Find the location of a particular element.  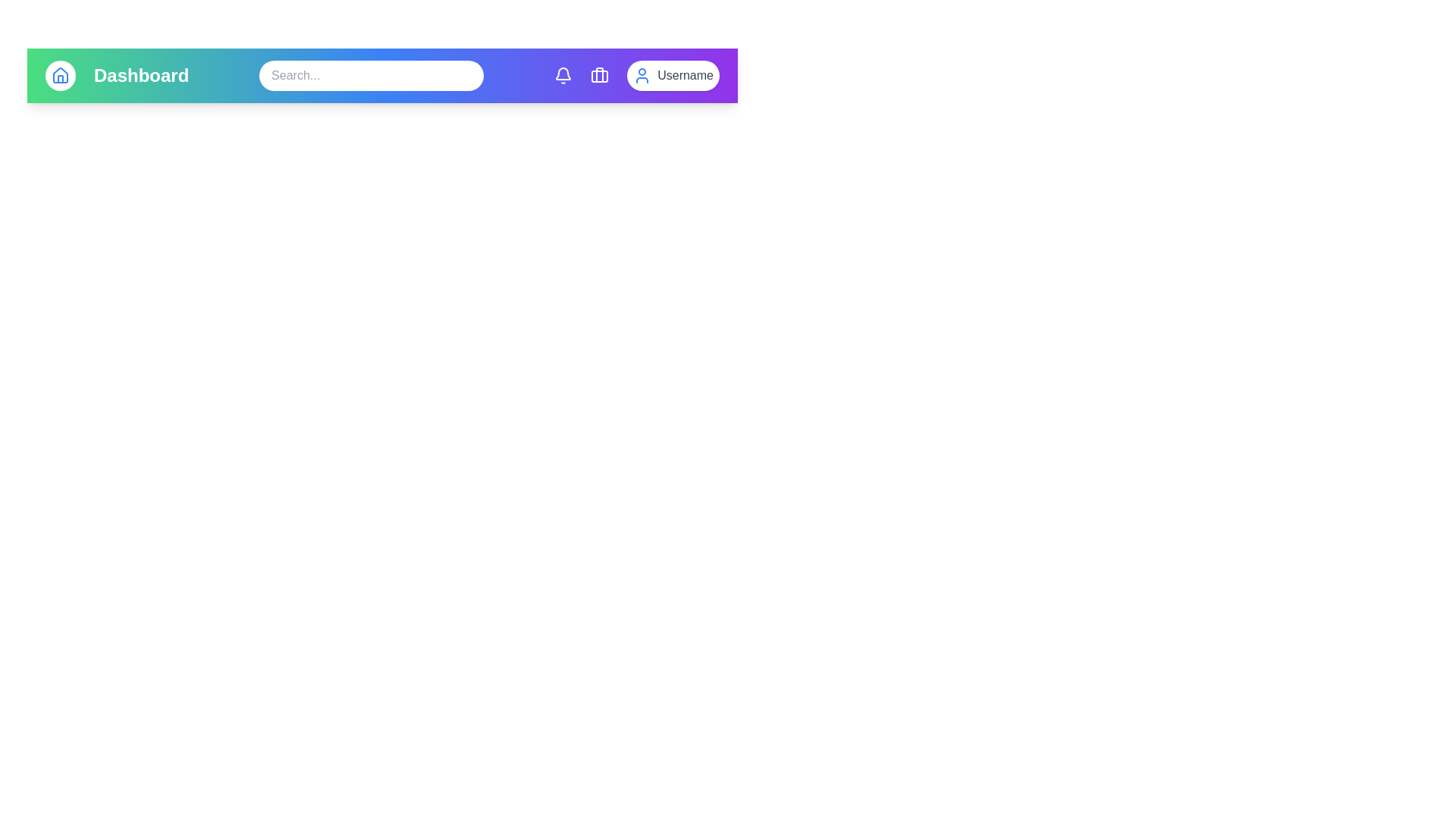

the search text field to focus on it is located at coordinates (371, 76).